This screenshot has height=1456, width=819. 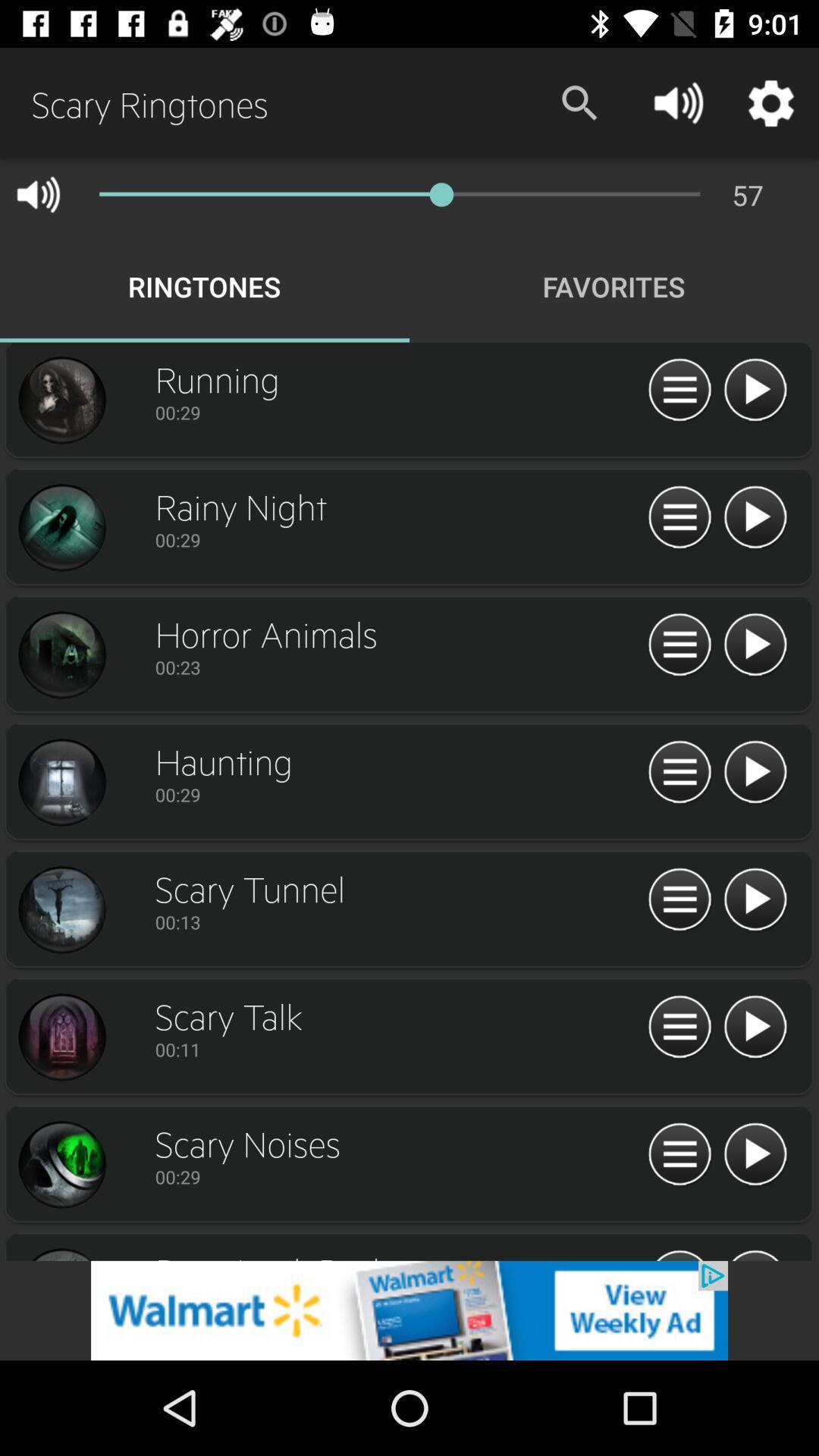 I want to click on open an advertised app, so click(x=409, y=1310).